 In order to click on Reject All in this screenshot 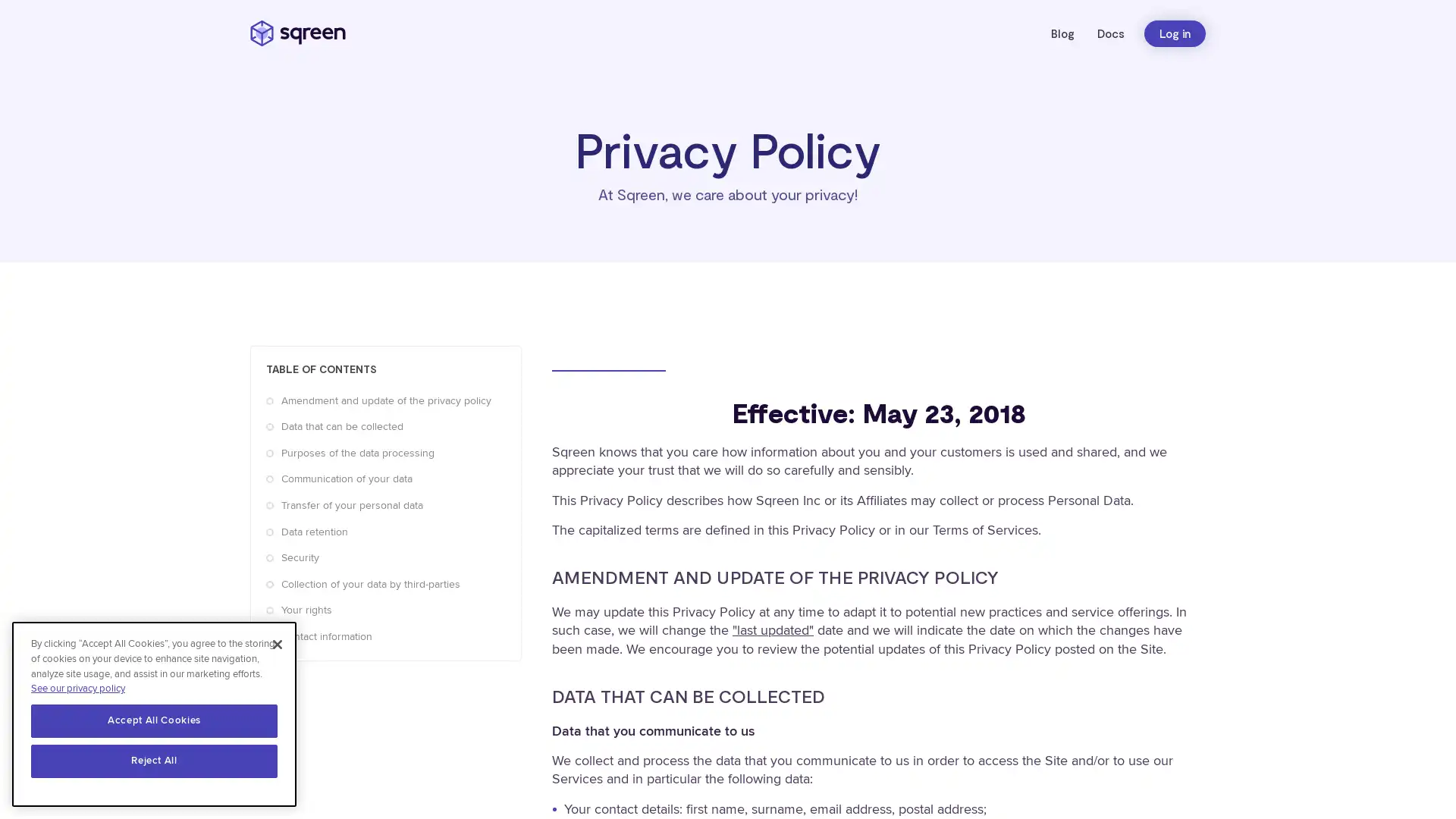, I will do `click(154, 762)`.